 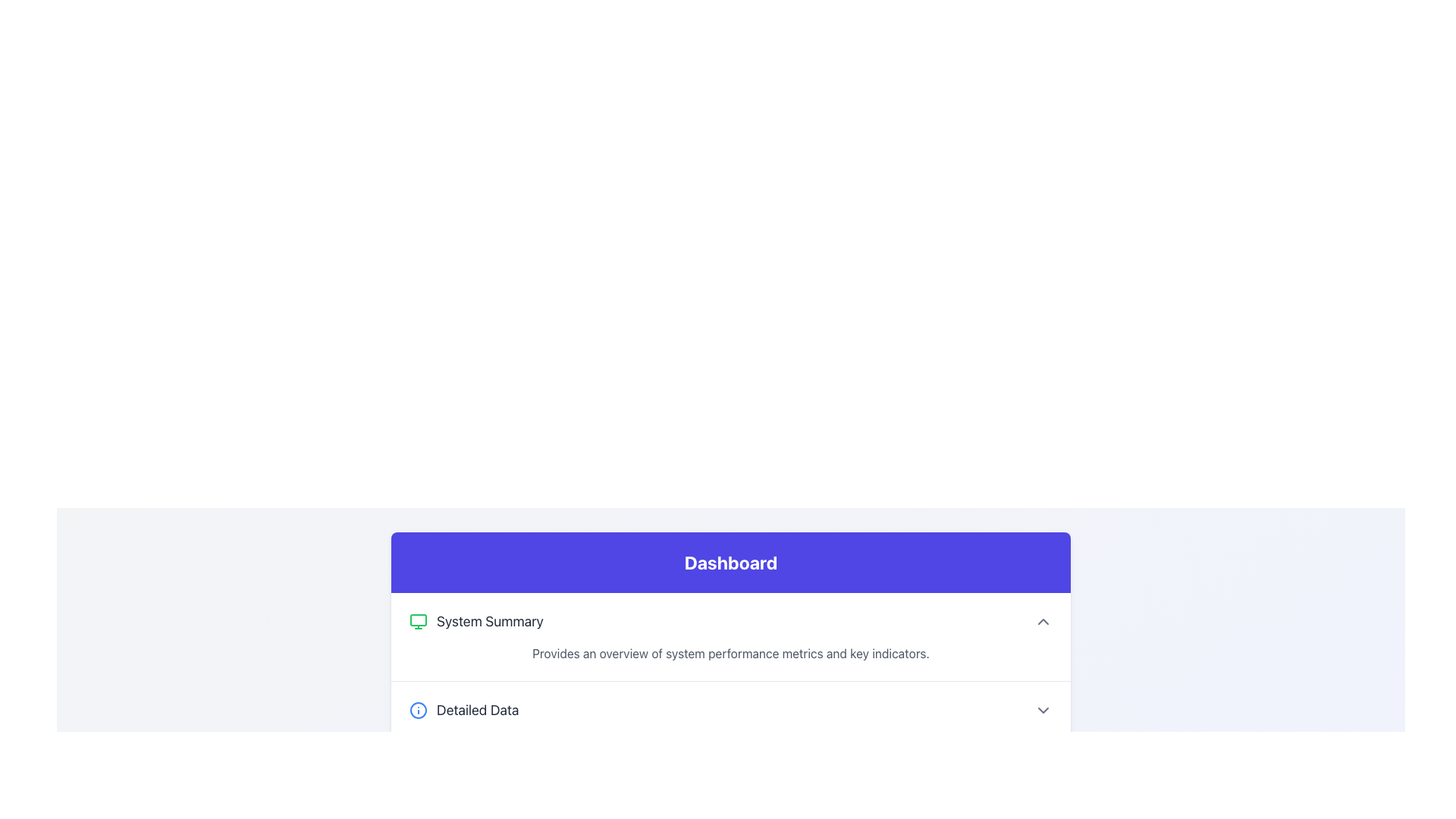 What do you see at coordinates (419, 622) in the screenshot?
I see `the active green monitor icon located on the leftmost side of the 'System Summary' section` at bounding box center [419, 622].